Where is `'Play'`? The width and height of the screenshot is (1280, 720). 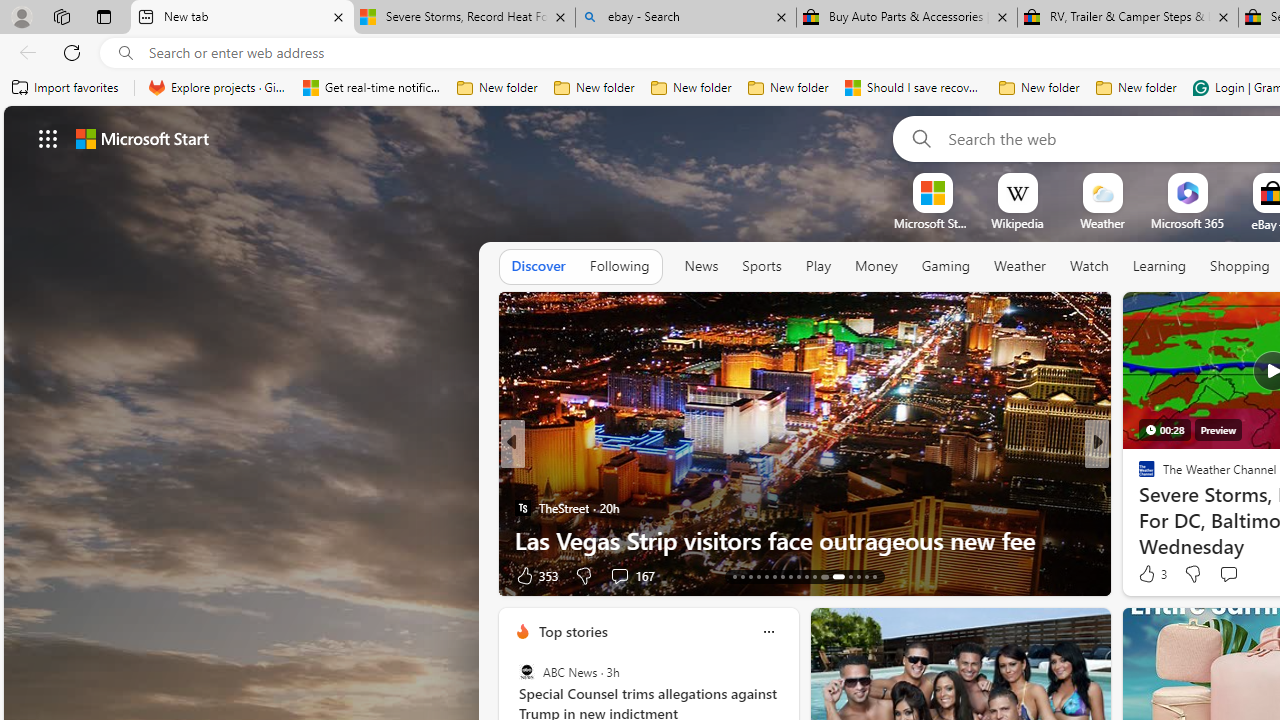
'Play' is located at coordinates (818, 266).